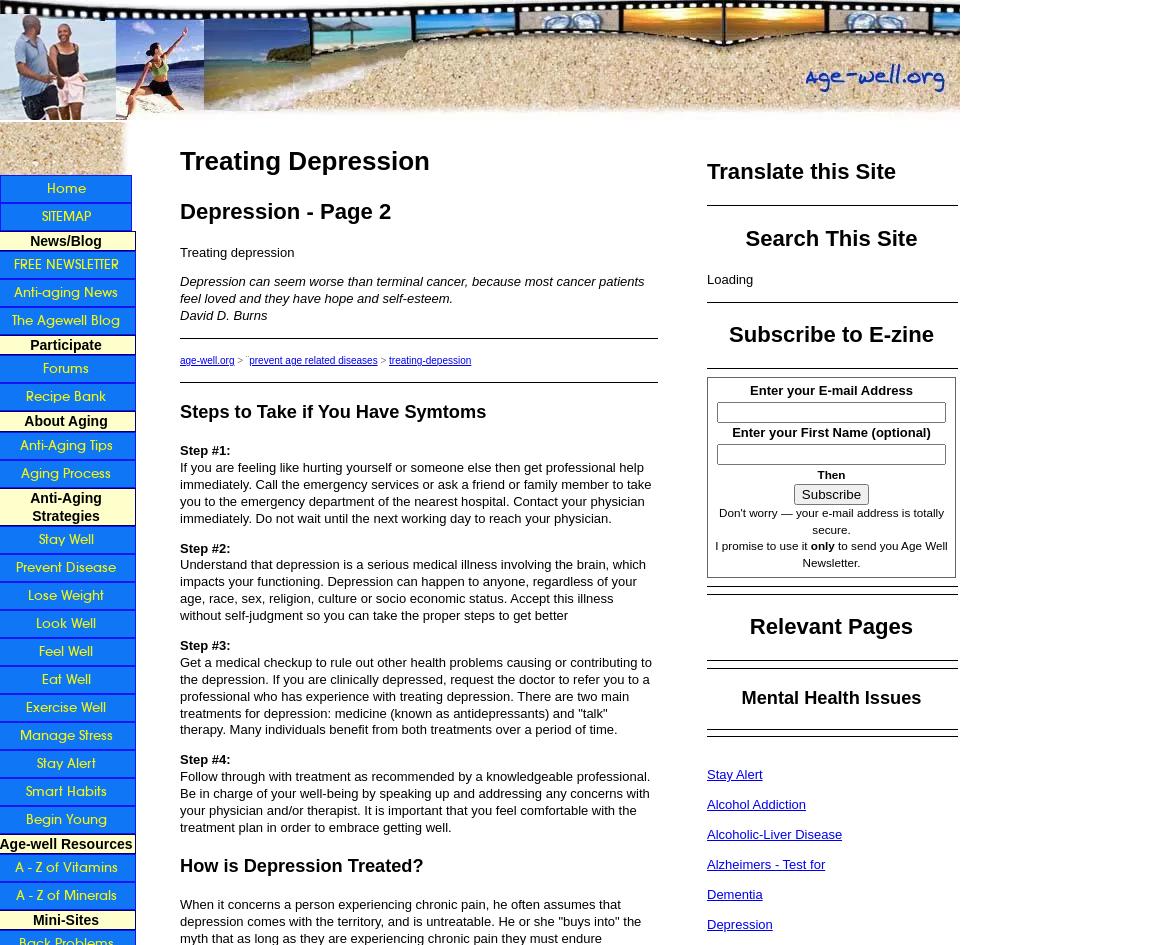 The width and height of the screenshot is (1150, 945). I want to click on 'Step #1:', so click(204, 450).